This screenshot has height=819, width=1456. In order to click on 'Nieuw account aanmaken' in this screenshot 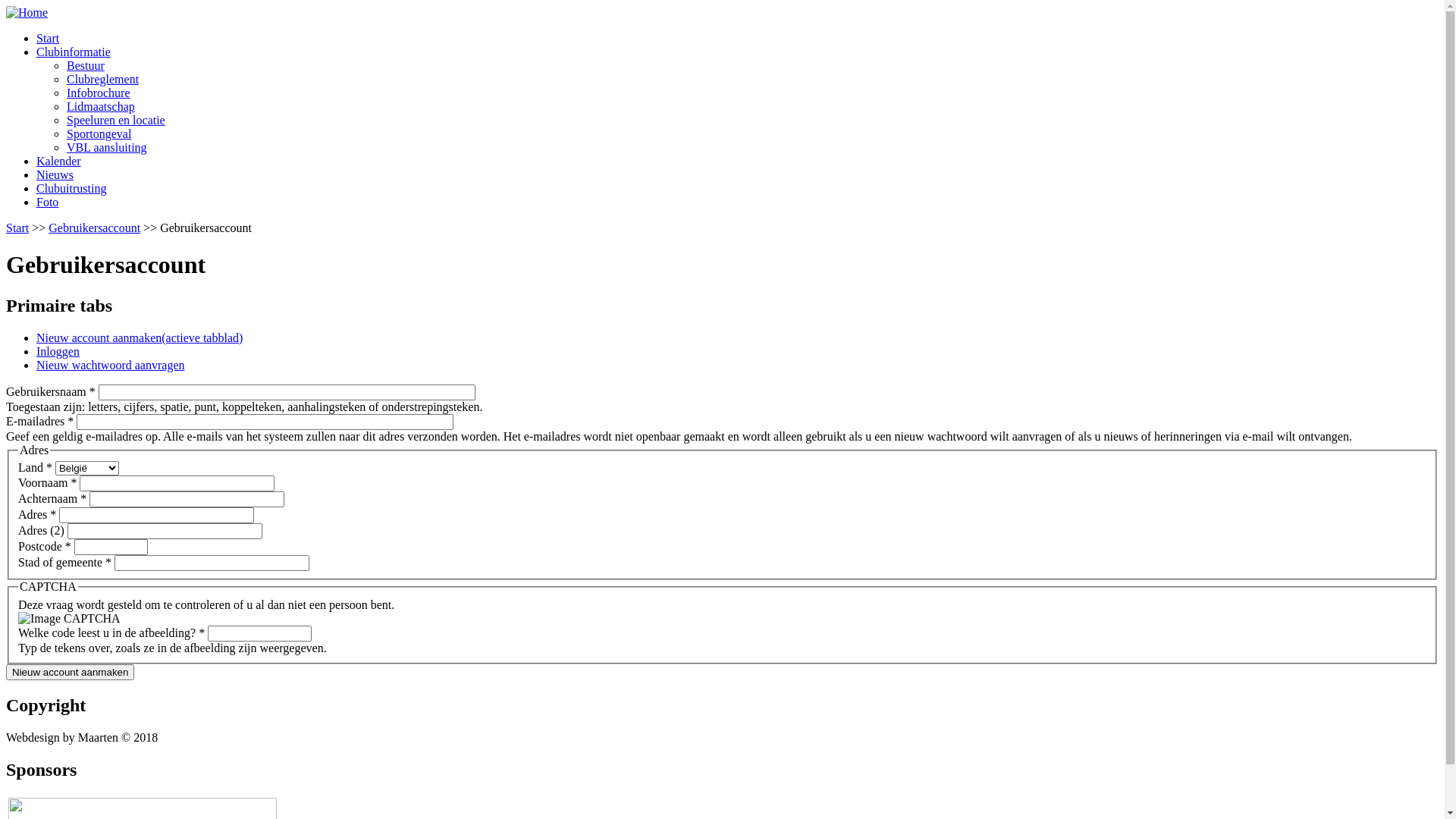, I will do `click(69, 671)`.